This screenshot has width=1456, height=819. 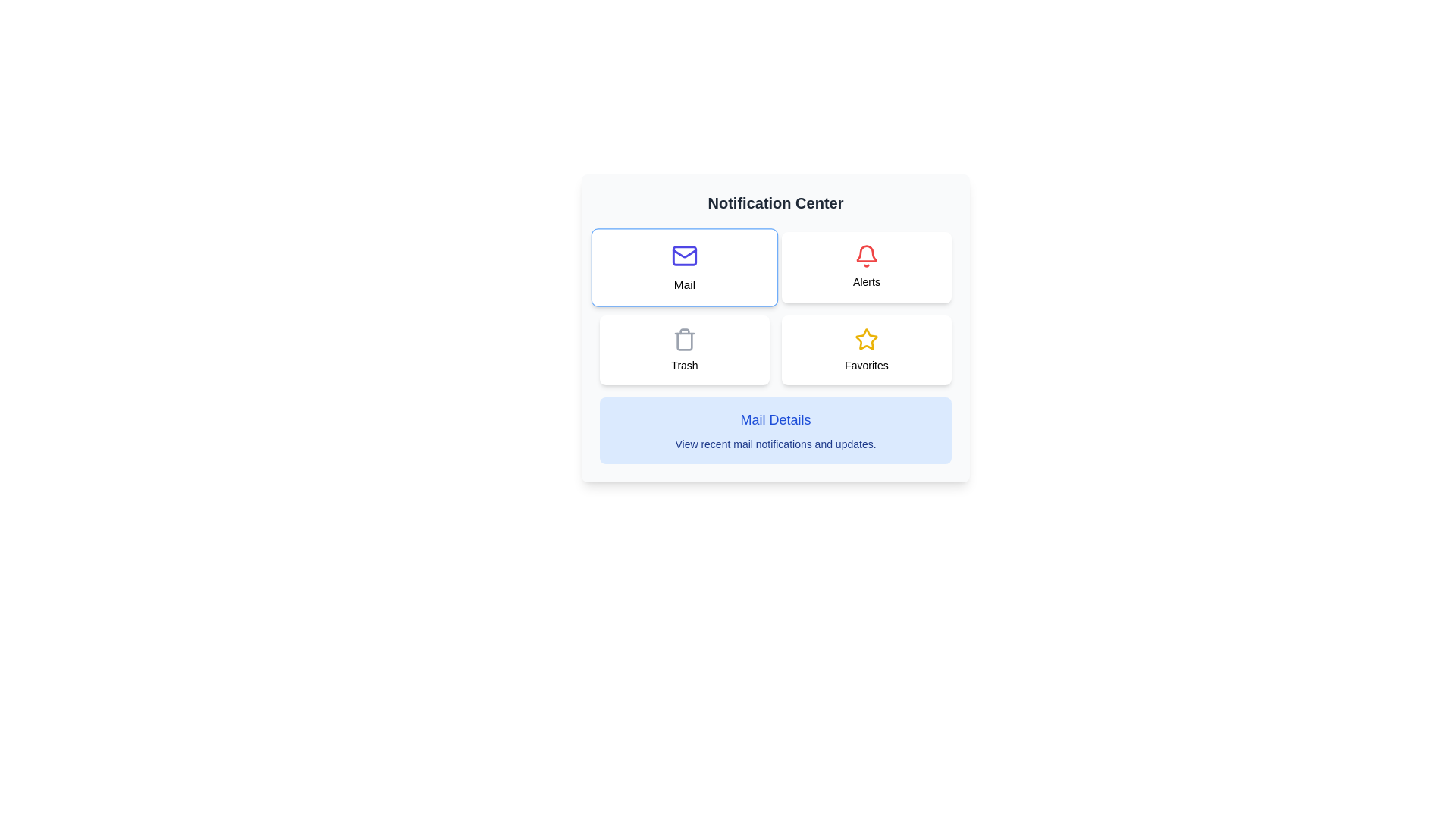 What do you see at coordinates (775, 420) in the screenshot?
I see `the text label that serves as a header for the mail details section in the blue-bordered panel of the 'Notification Center' interface` at bounding box center [775, 420].